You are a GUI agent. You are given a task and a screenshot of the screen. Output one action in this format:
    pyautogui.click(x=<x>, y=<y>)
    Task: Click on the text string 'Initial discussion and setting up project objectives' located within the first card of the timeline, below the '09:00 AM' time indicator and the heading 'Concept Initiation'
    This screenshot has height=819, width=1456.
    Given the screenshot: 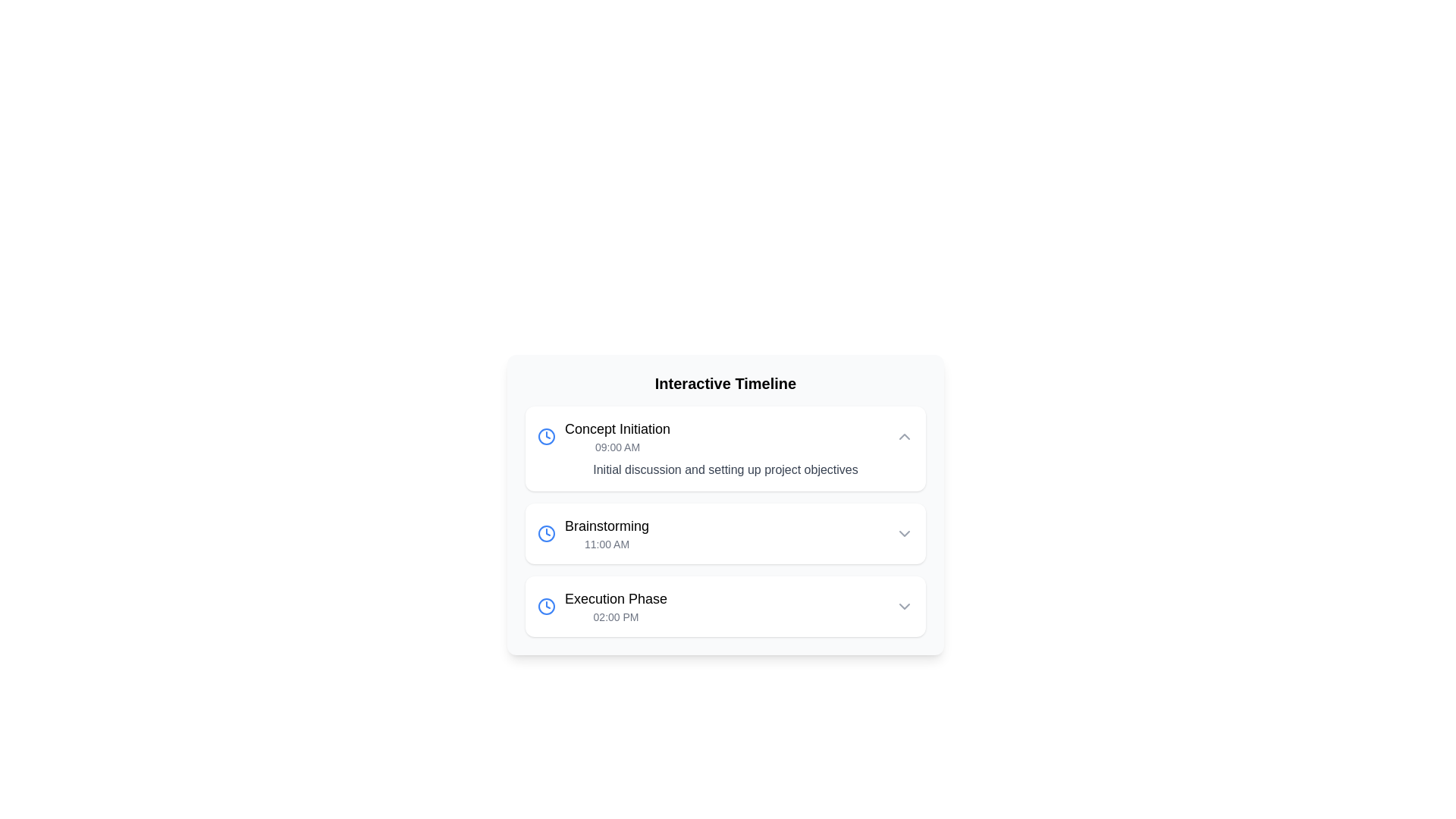 What is the action you would take?
    pyautogui.click(x=724, y=469)
    